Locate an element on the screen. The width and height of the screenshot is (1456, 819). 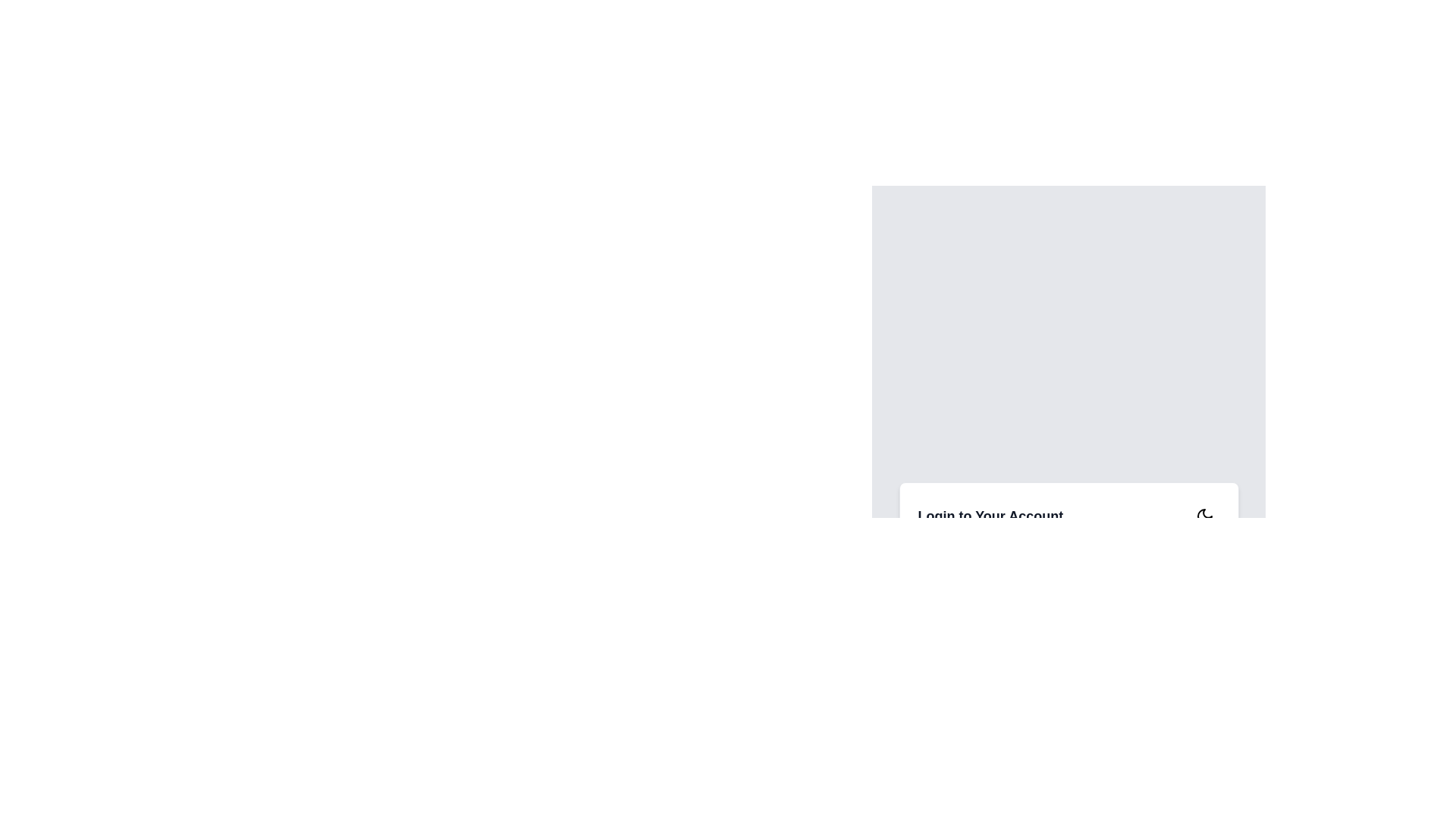
the moon-shaped icon near the 'Login to Your Account' text is located at coordinates (1203, 516).